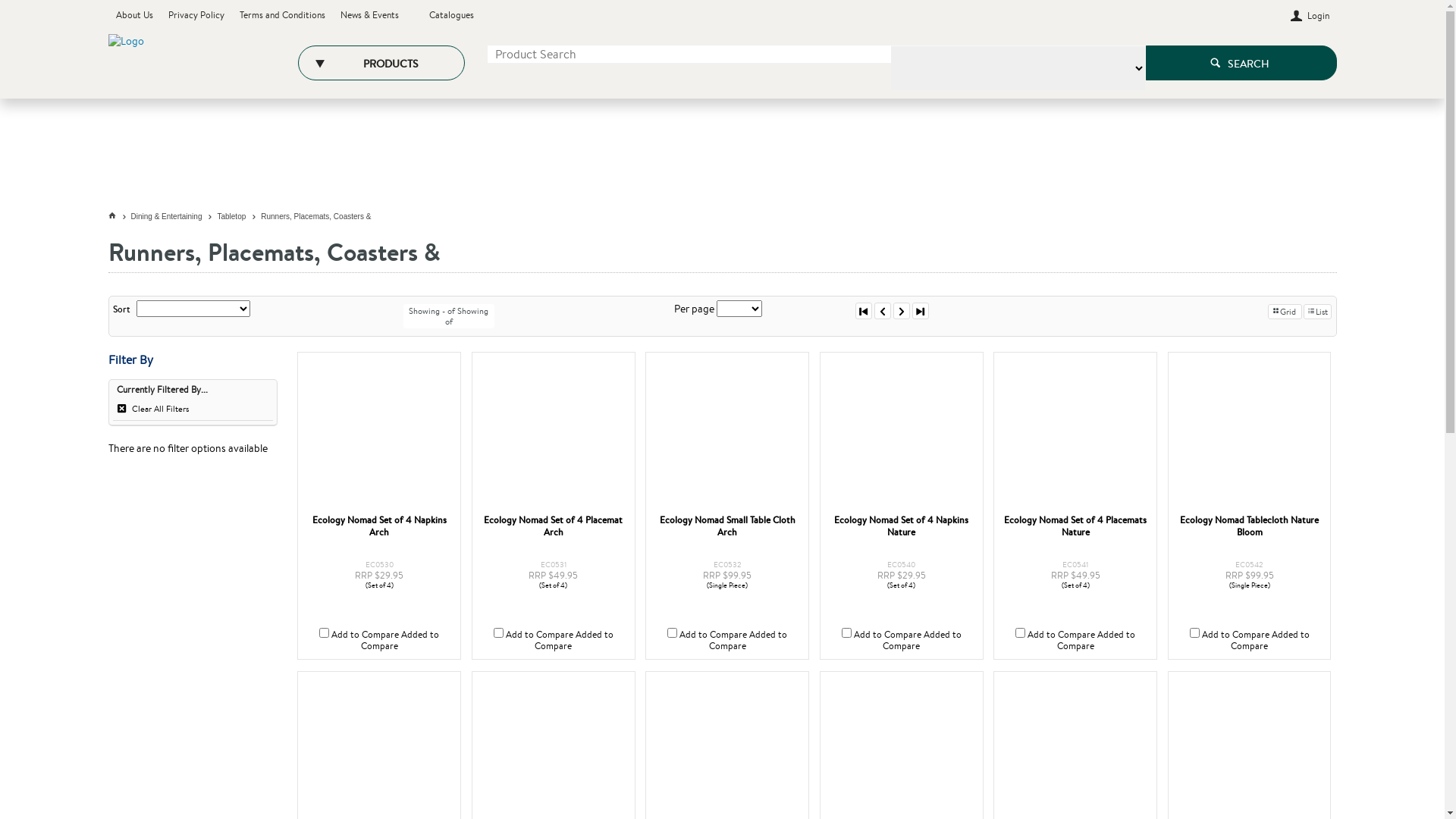 The width and height of the screenshot is (1456, 819). Describe the element at coordinates (1096, 640) in the screenshot. I see `'Added to Compare'` at that location.